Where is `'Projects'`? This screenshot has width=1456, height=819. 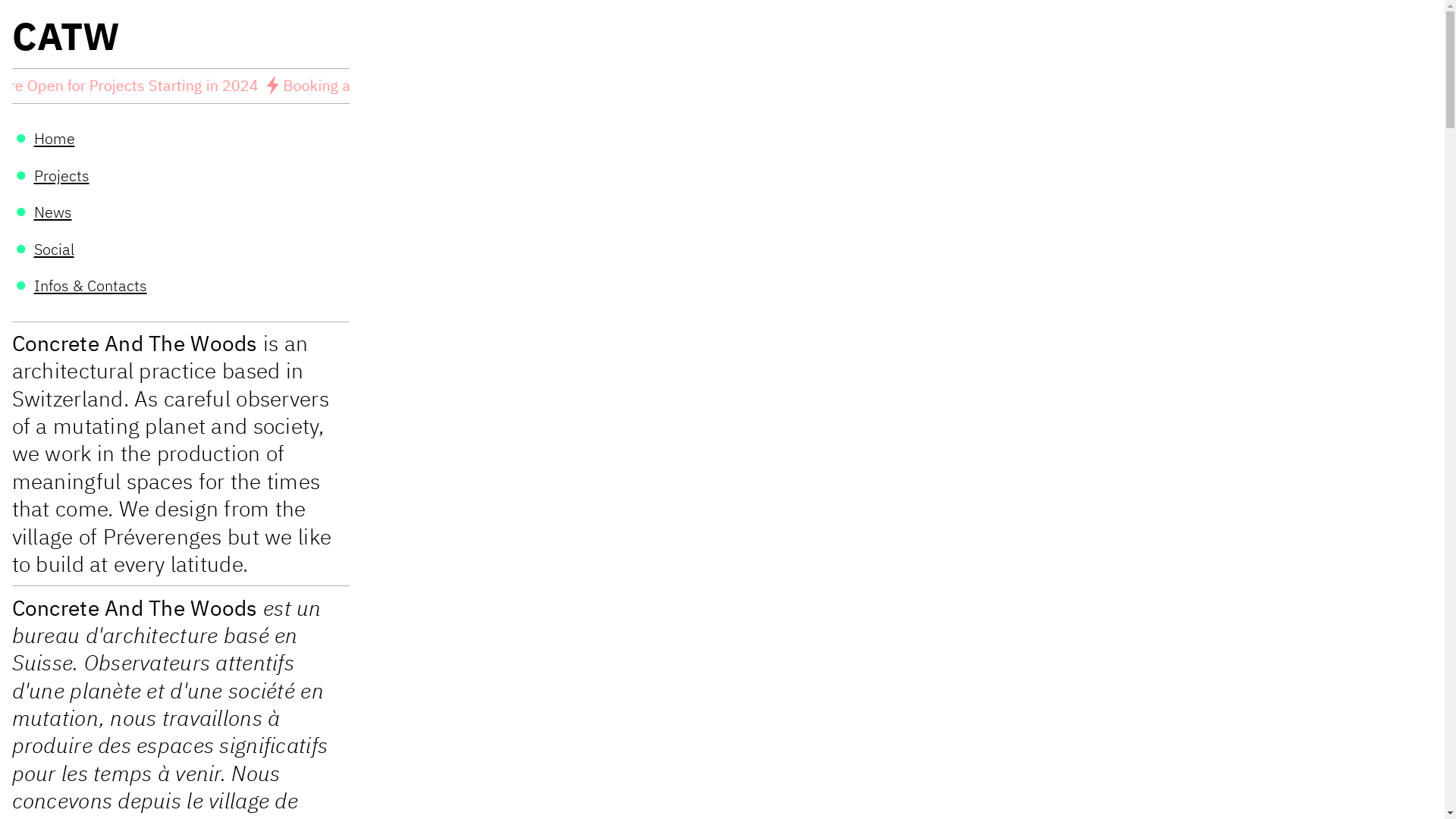 'Projects' is located at coordinates (61, 174).